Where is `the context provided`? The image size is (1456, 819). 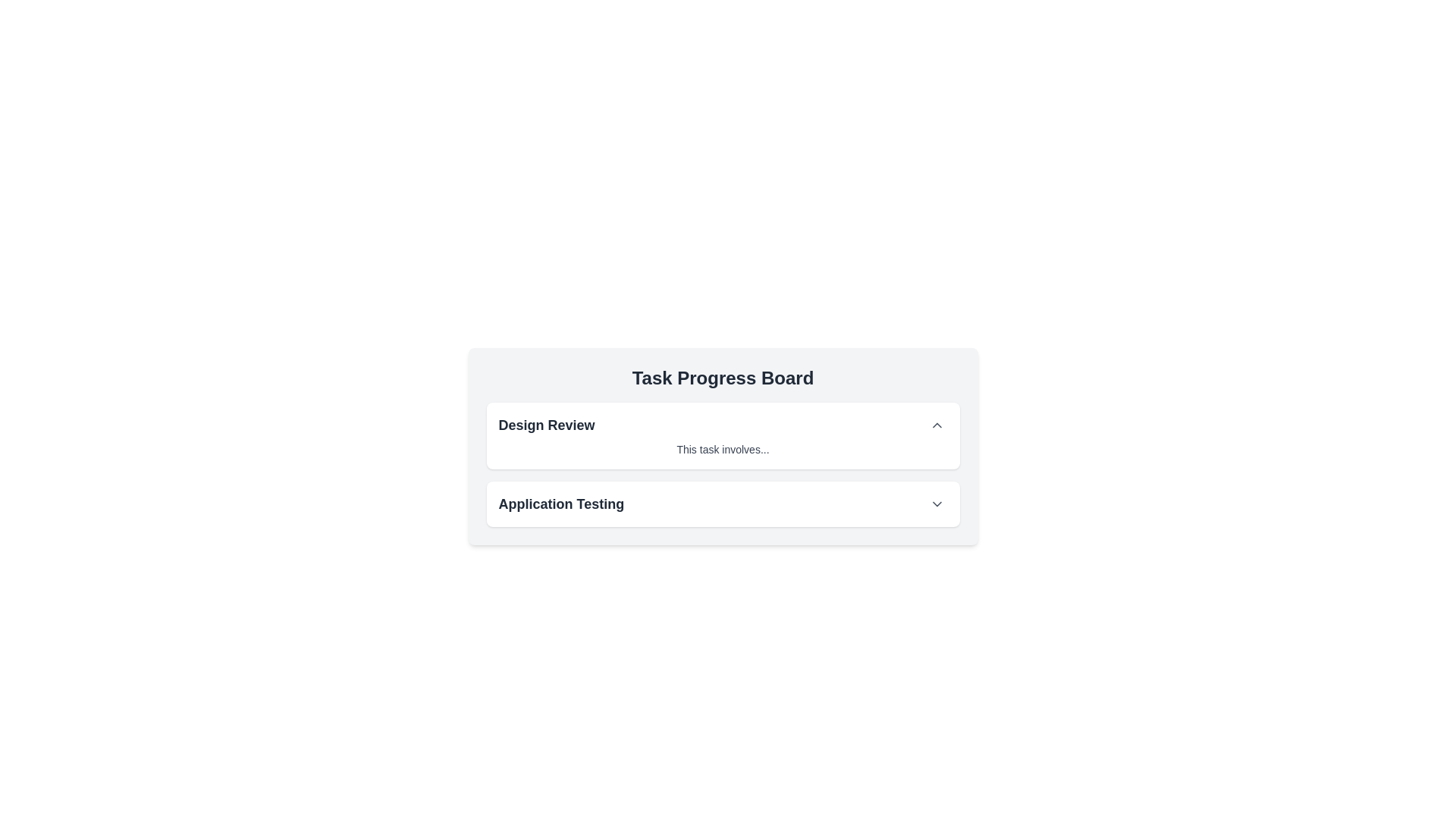
the context provided is located at coordinates (722, 377).